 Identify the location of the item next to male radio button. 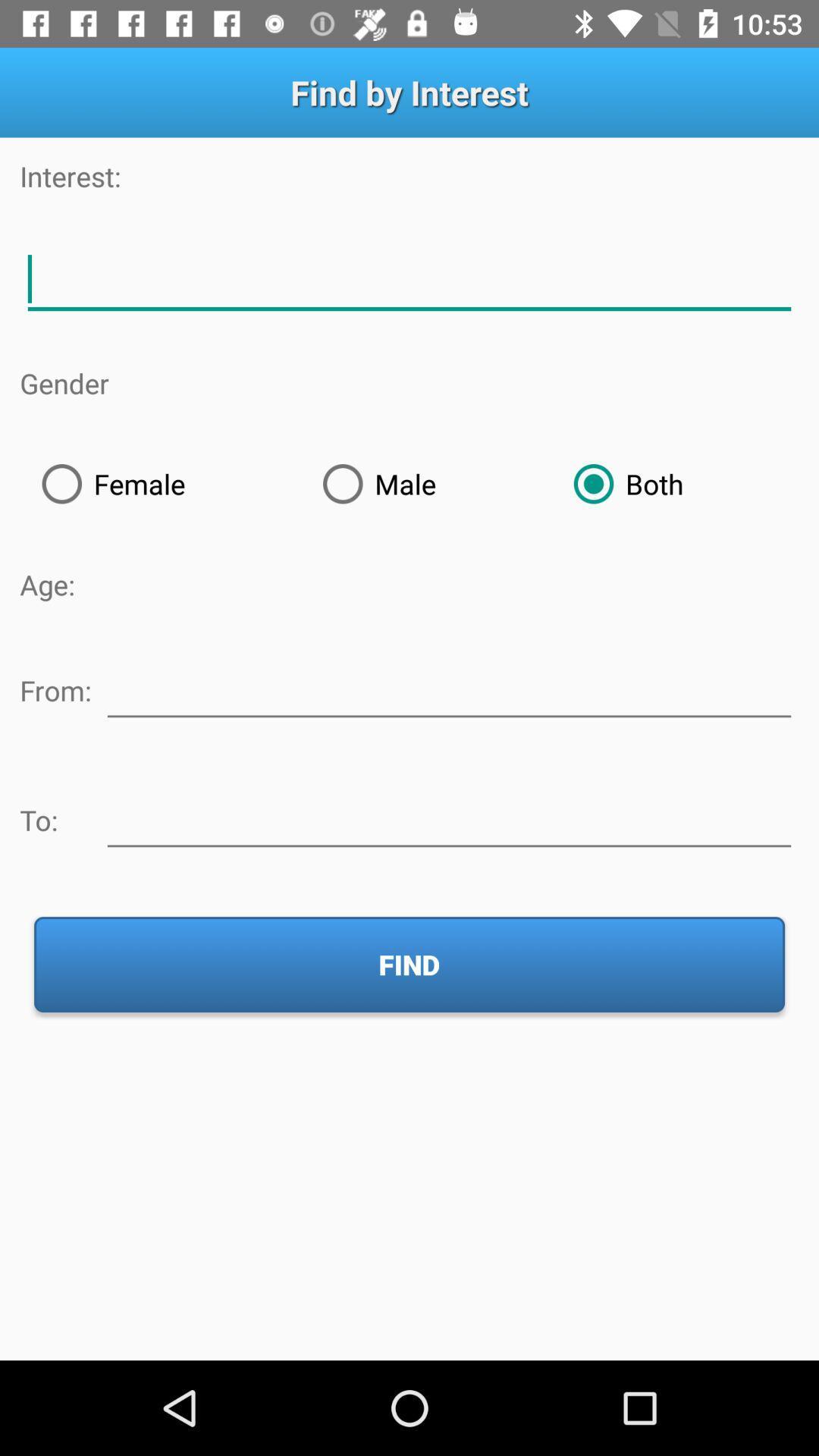
(674, 483).